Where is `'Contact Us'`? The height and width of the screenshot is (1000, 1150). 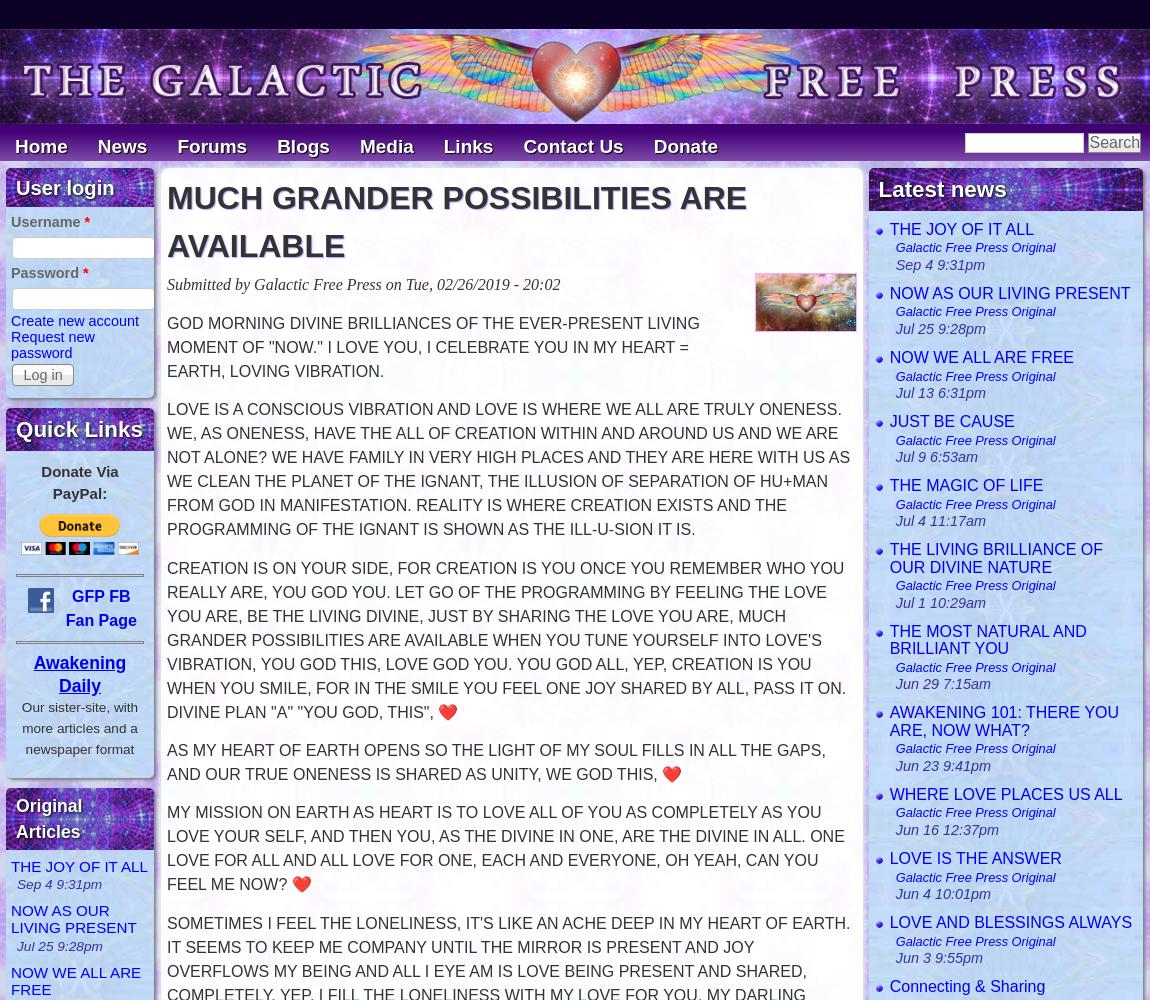 'Contact Us' is located at coordinates (573, 146).